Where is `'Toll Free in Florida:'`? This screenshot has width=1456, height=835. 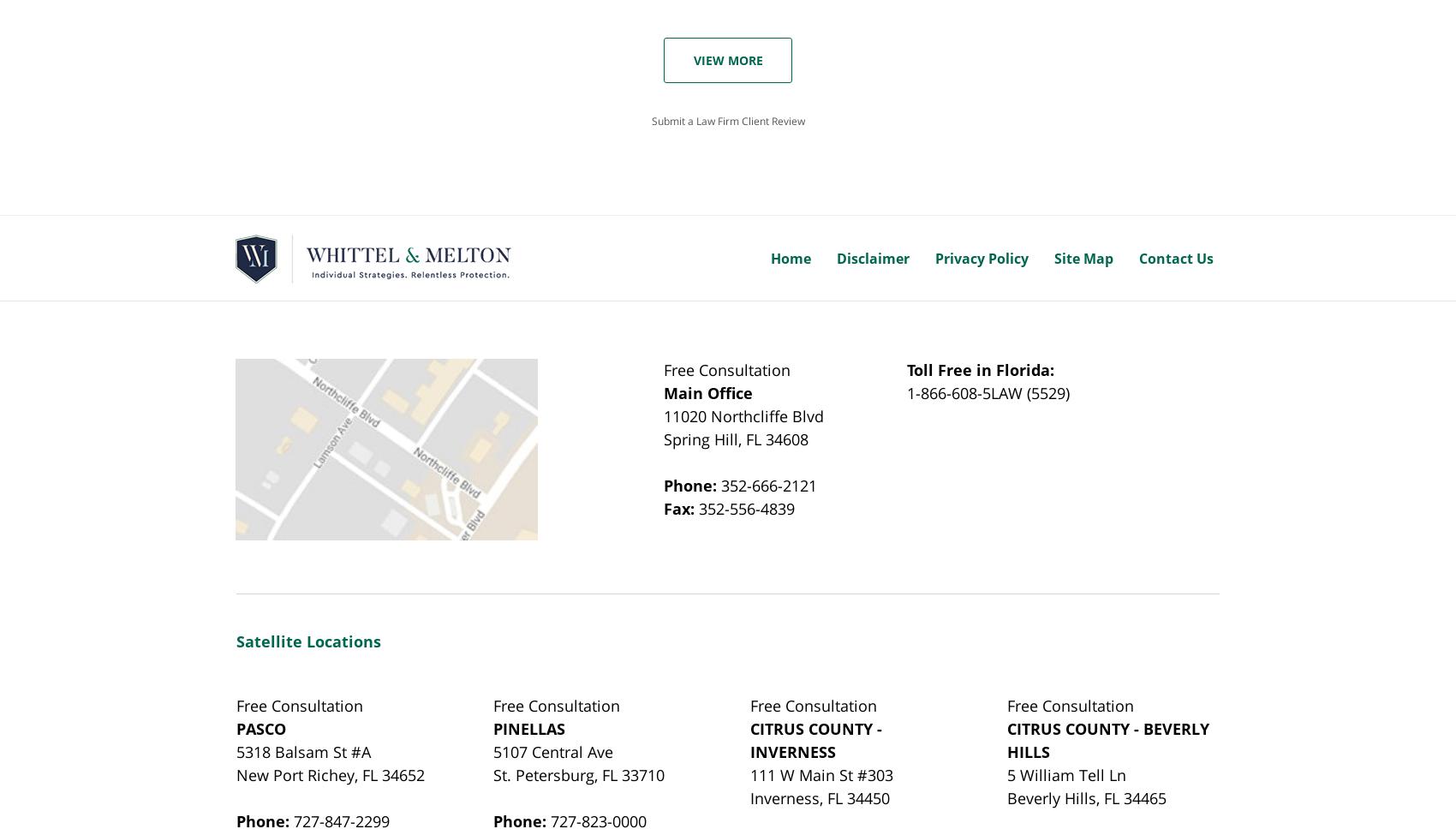 'Toll Free in Florida:' is located at coordinates (979, 370).